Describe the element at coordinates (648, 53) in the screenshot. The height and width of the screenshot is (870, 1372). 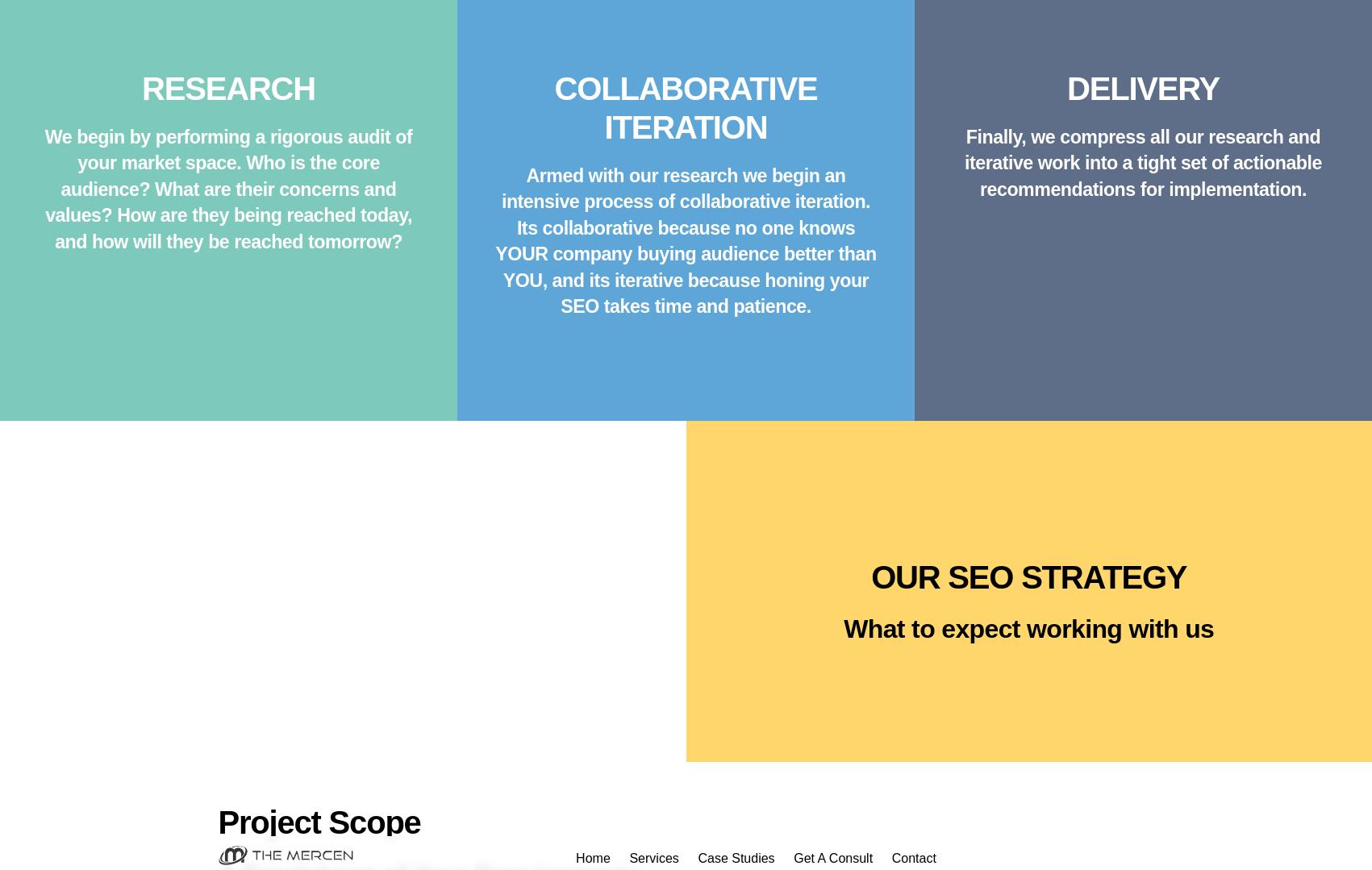
I see `'“Our monthly revenue went up by'` at that location.